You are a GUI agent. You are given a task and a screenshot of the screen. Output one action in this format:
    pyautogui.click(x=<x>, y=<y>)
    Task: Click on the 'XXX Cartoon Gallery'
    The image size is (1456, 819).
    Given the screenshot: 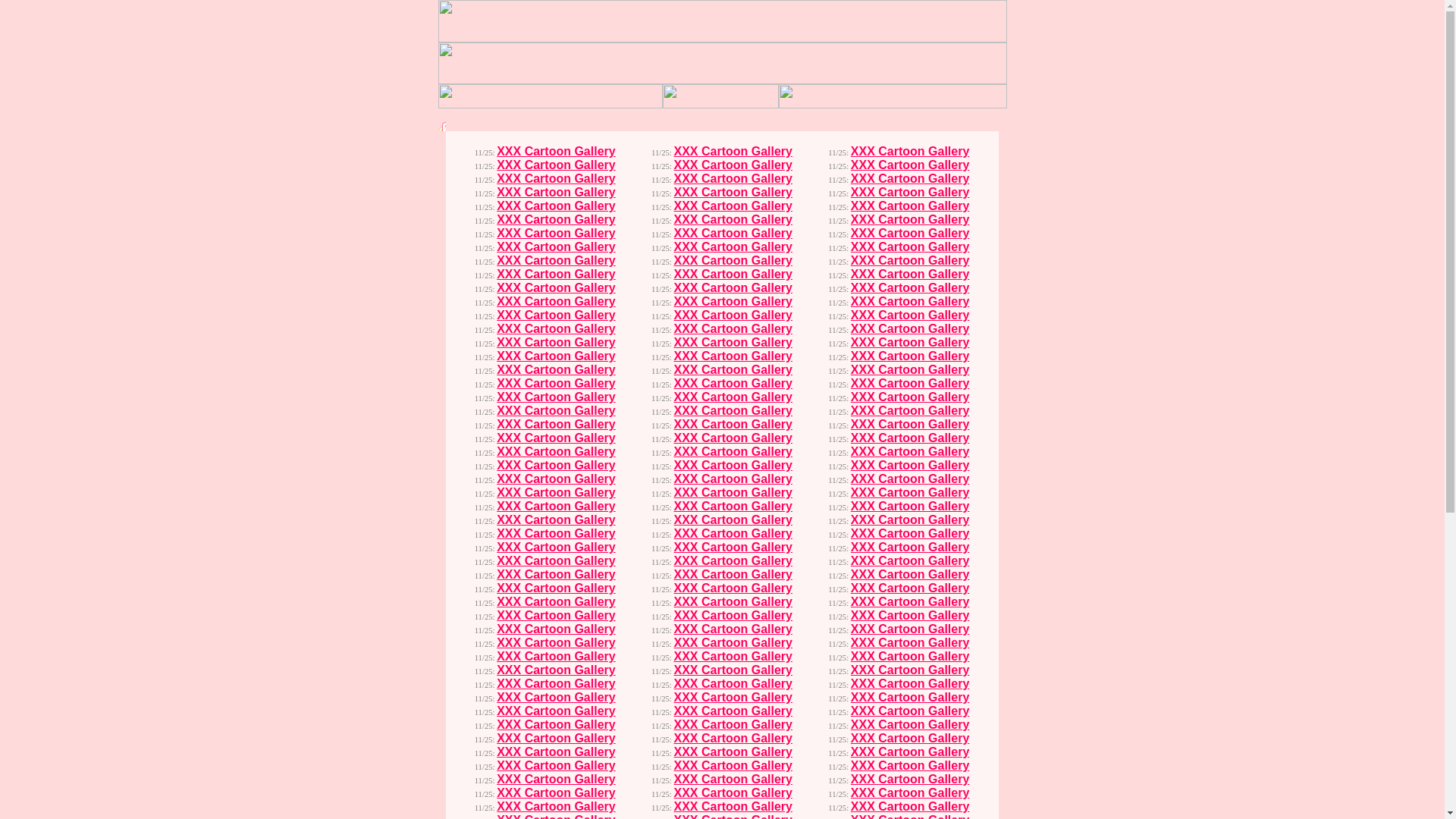 What is the action you would take?
    pyautogui.click(x=555, y=177)
    